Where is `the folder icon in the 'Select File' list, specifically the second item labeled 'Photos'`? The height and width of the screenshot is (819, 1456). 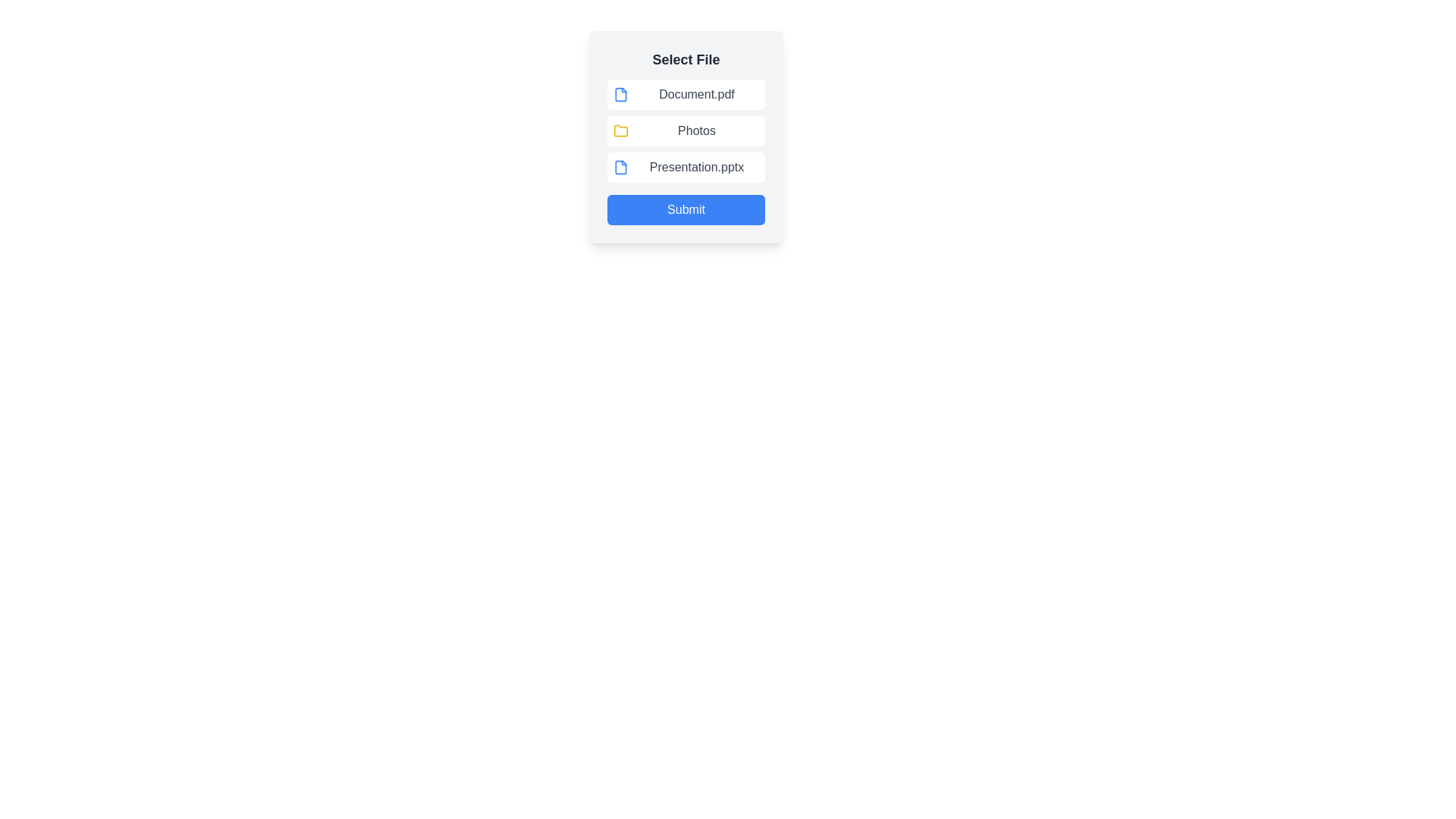
the folder icon in the 'Select File' list, specifically the second item labeled 'Photos' is located at coordinates (621, 130).